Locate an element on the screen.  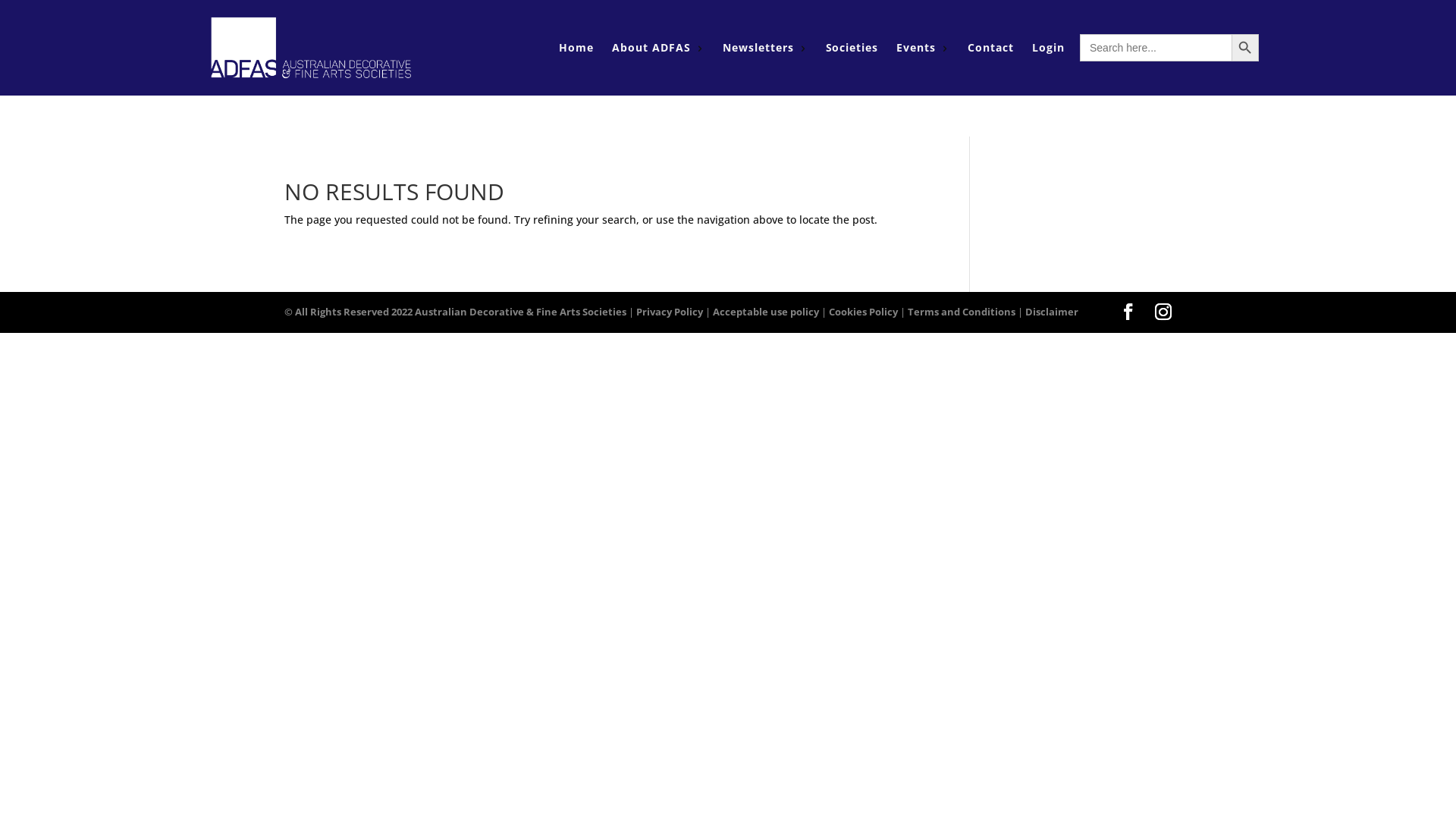
'About ADFAS' is located at coordinates (651, 46).